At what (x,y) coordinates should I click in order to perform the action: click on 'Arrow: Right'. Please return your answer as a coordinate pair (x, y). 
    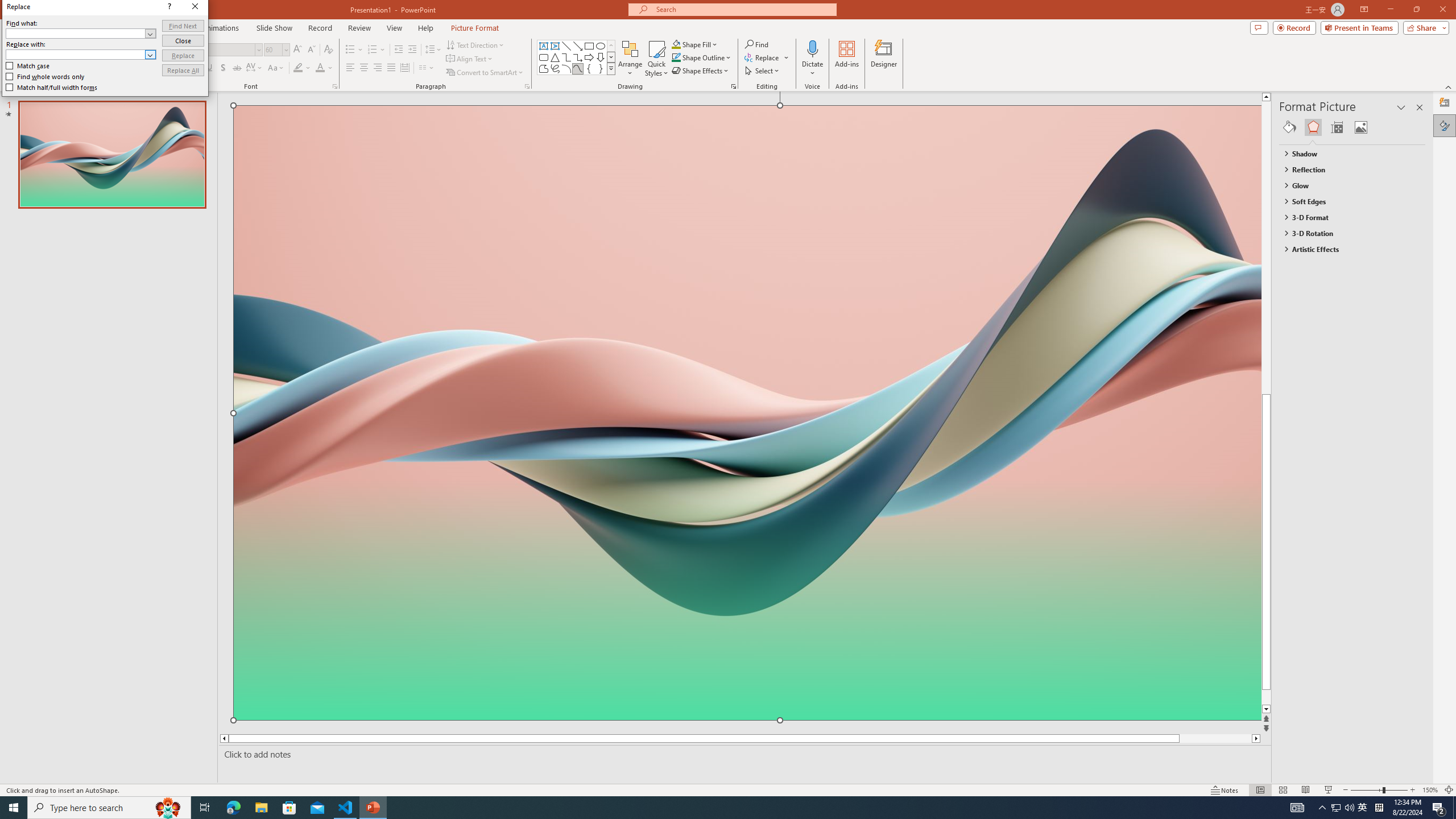
    Looking at the image, I should click on (589, 56).